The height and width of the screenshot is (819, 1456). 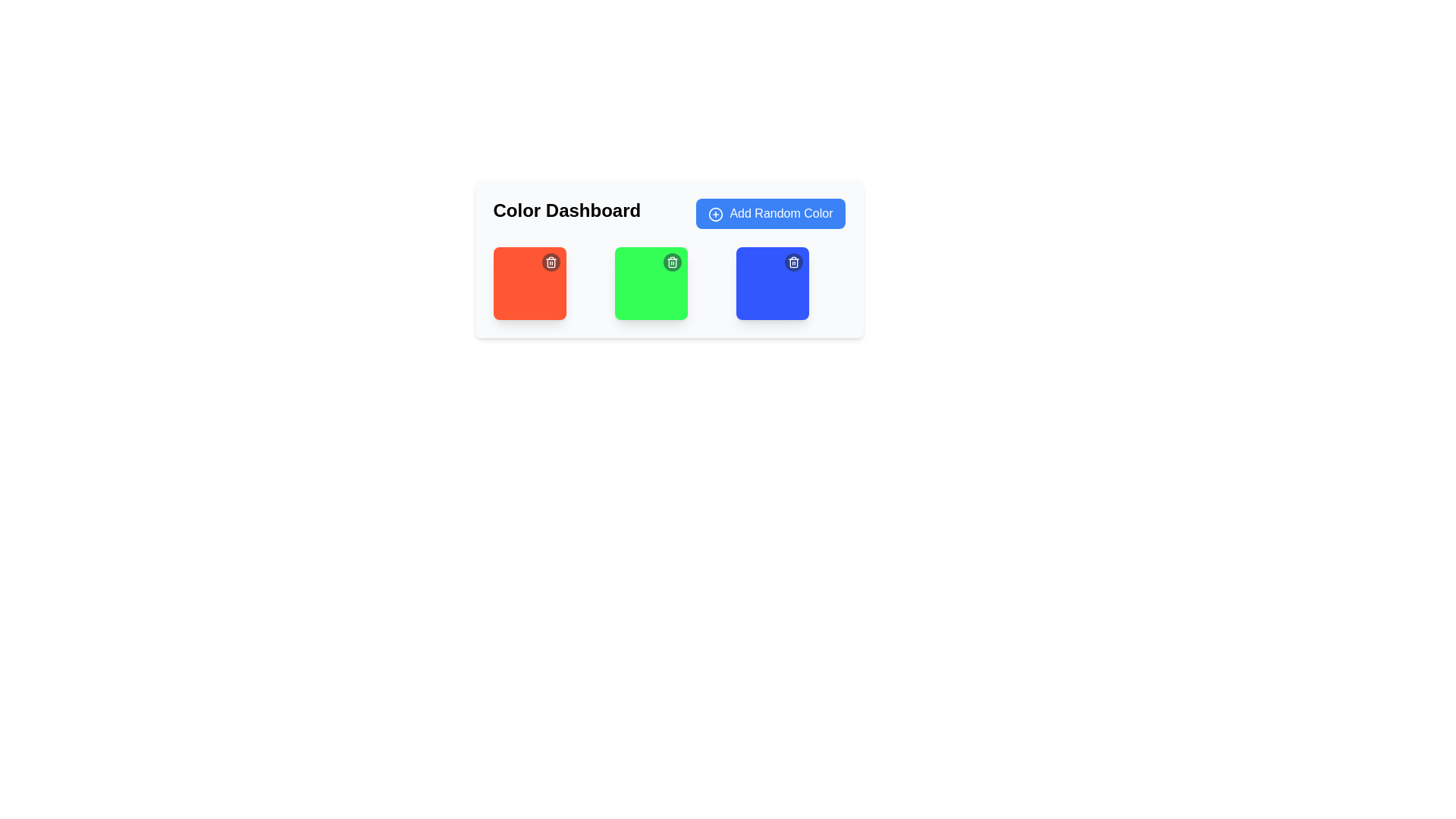 I want to click on the delete button located in the top-right corner of the green card, which is the second card in a row of three, to observe any hover effects, so click(x=671, y=262).